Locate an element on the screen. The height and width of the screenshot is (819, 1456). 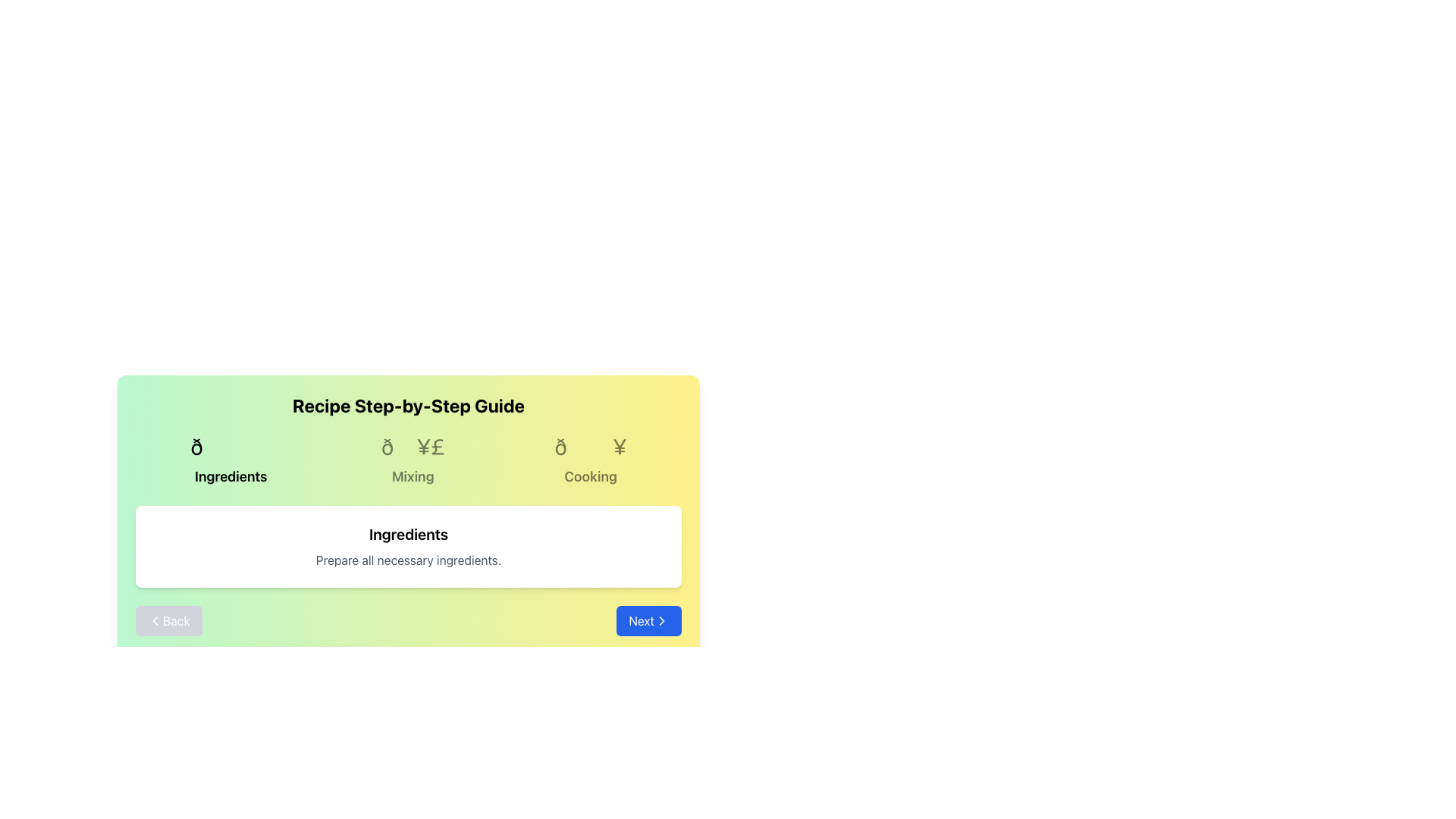
details about the 'Mixing' text label with emoji (🍞), which is centrally positioned among similar elements in a horizontal arrangement is located at coordinates (413, 459).